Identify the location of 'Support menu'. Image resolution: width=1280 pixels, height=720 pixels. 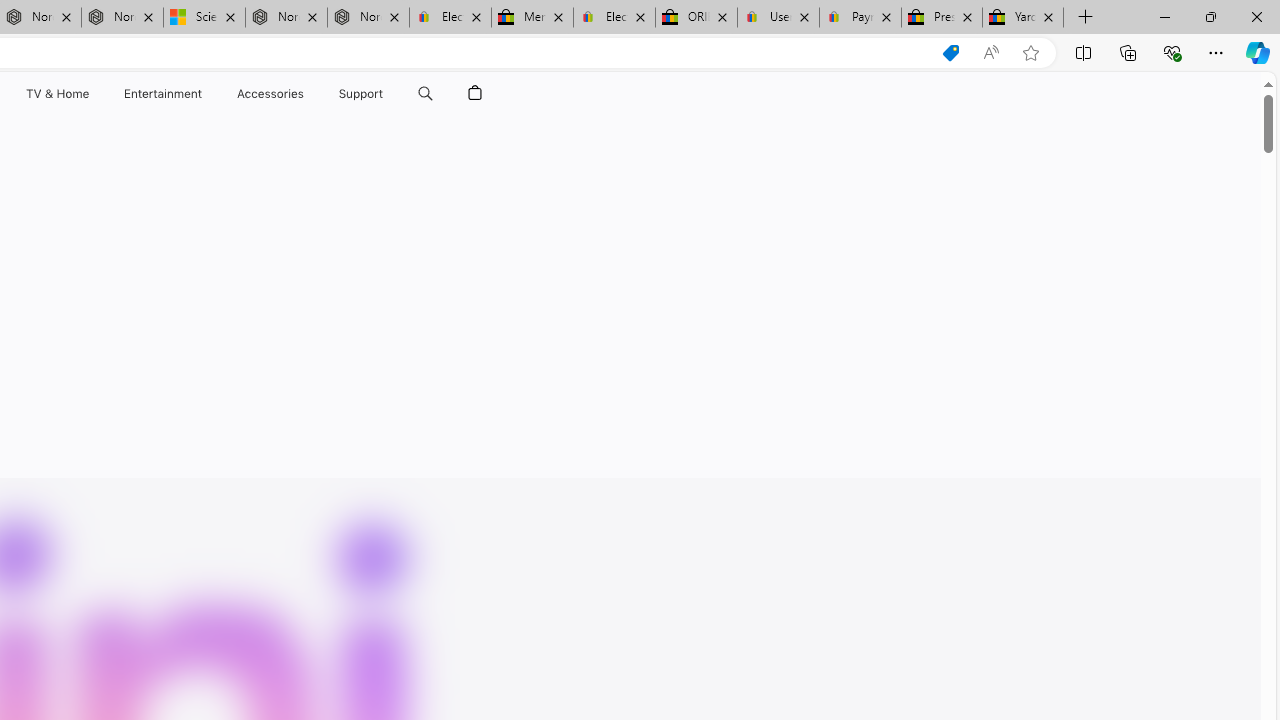
(387, 93).